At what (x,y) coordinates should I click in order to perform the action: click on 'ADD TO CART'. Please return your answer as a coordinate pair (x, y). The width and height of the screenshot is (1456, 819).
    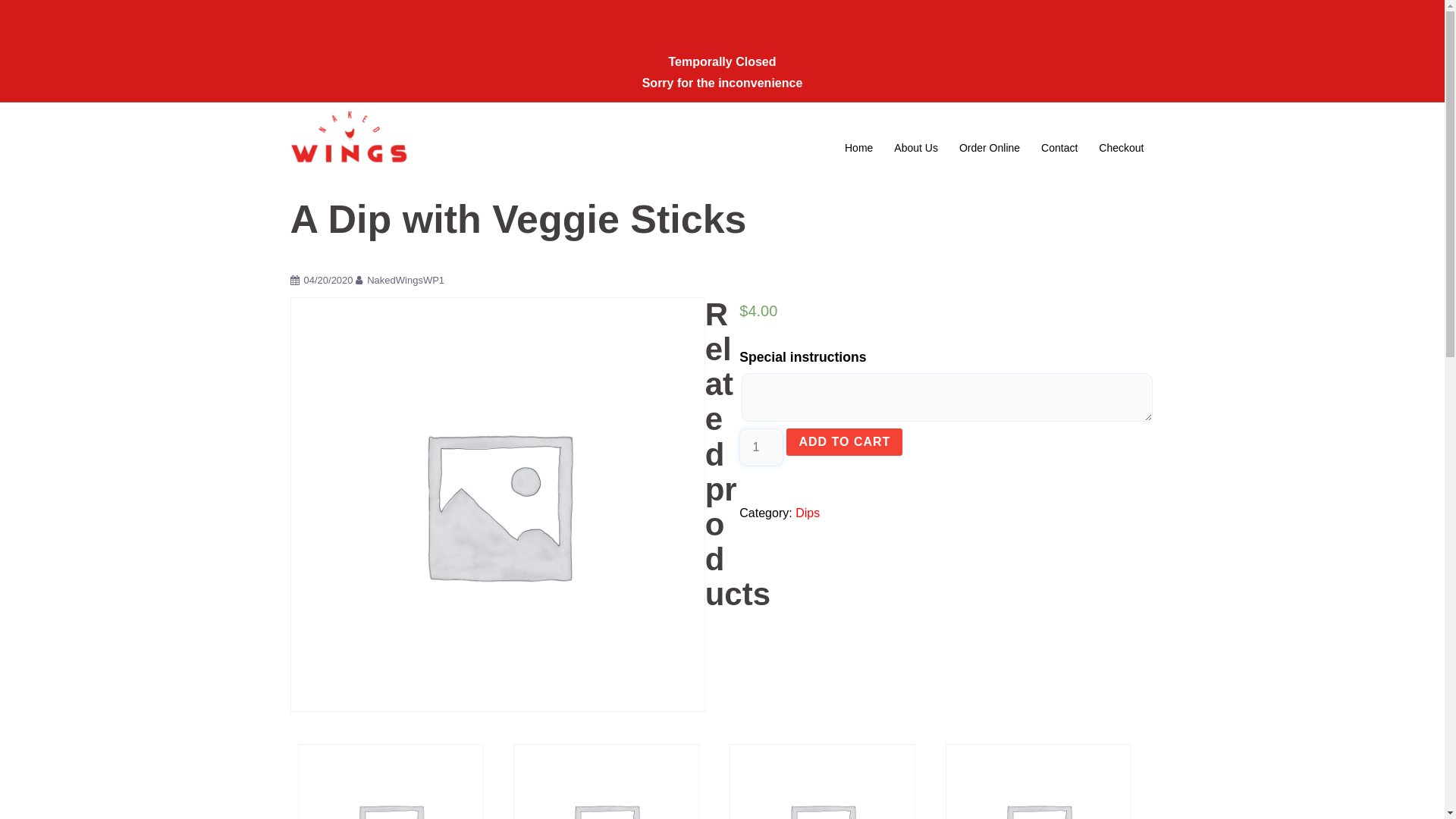
    Looking at the image, I should click on (843, 441).